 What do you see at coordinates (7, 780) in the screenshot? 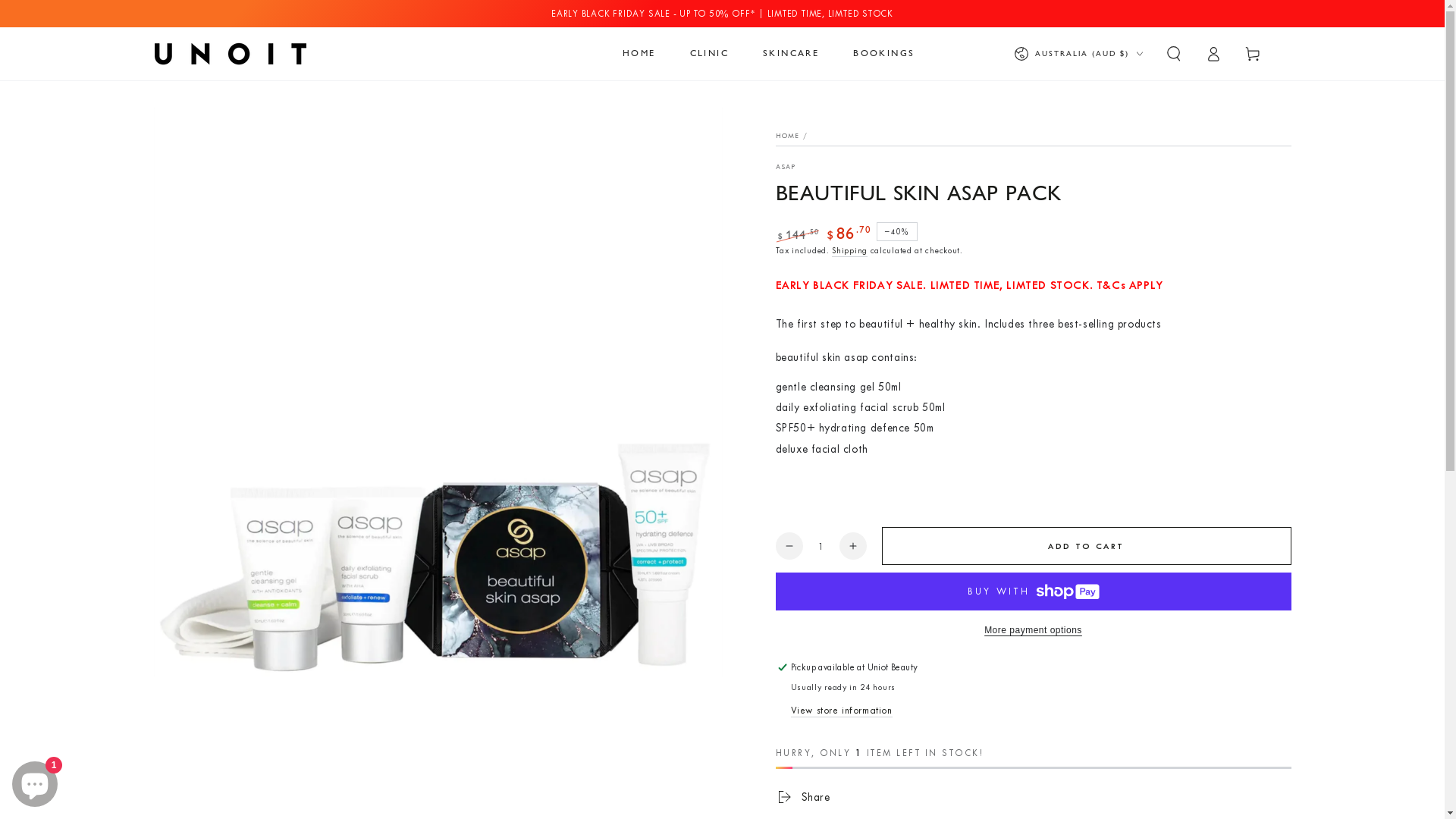
I see `'Shopify online store chat'` at bounding box center [7, 780].